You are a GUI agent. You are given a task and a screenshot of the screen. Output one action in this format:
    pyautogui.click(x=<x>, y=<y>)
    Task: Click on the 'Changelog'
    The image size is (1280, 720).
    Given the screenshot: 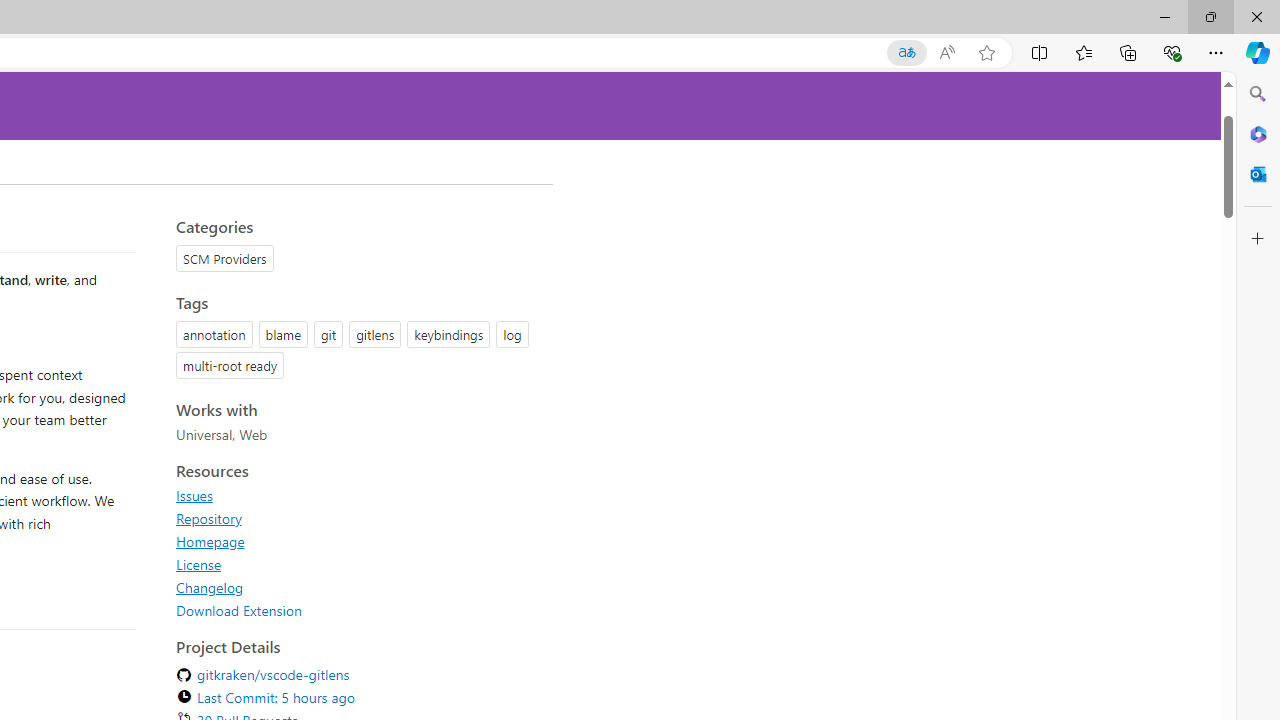 What is the action you would take?
    pyautogui.click(x=210, y=586)
    